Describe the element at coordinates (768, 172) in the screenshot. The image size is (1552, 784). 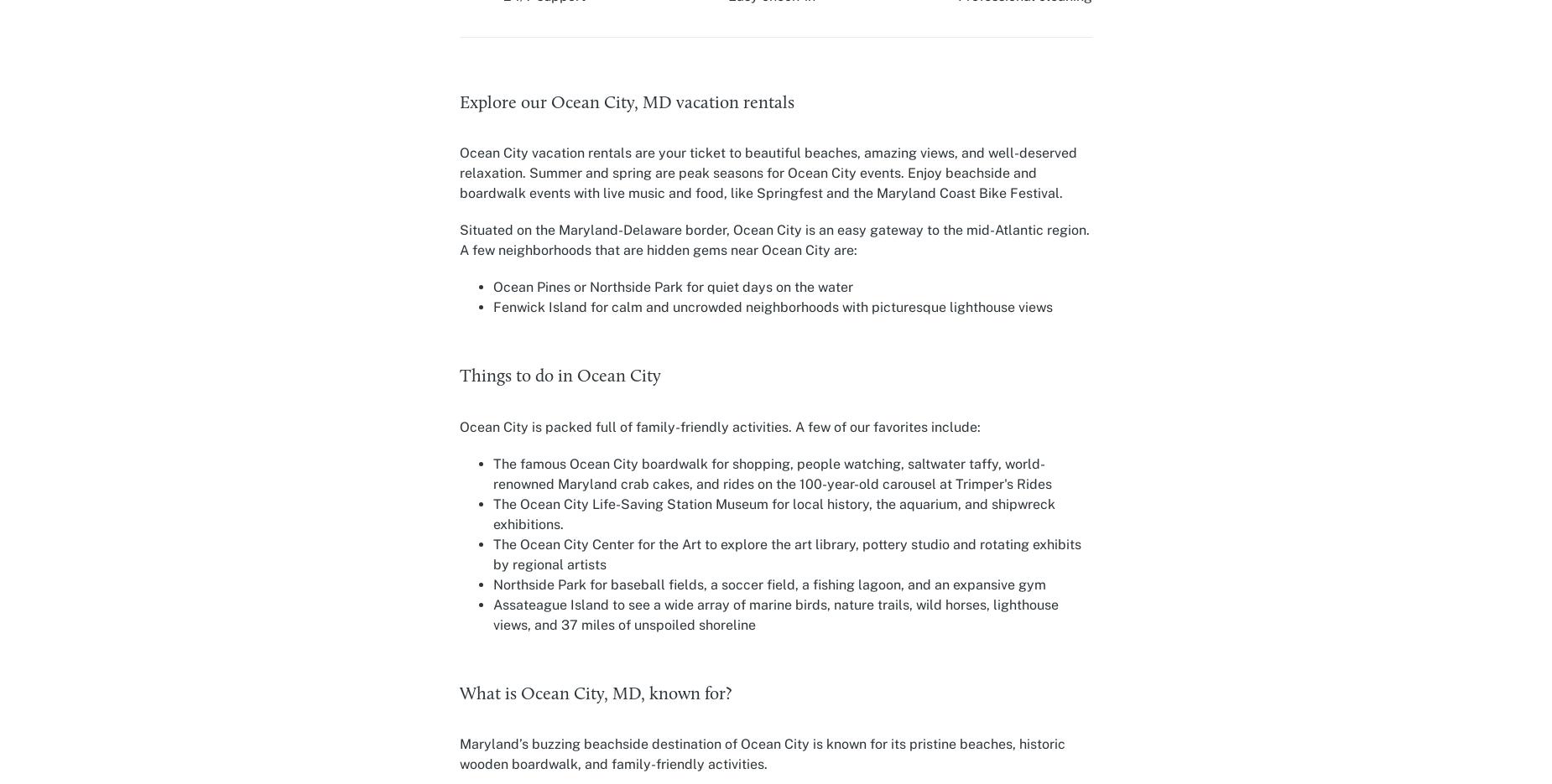
I see `'Ocean City vacation rentals are your ticket to beautiful beaches, amazing views, and well-deserved relaxation. Summer and spring are peak seasons for Ocean City events. Enjoy beachside and boardwalk events with live music and food, like Springfest and the Maryland Coast Bike Festival.'` at that location.